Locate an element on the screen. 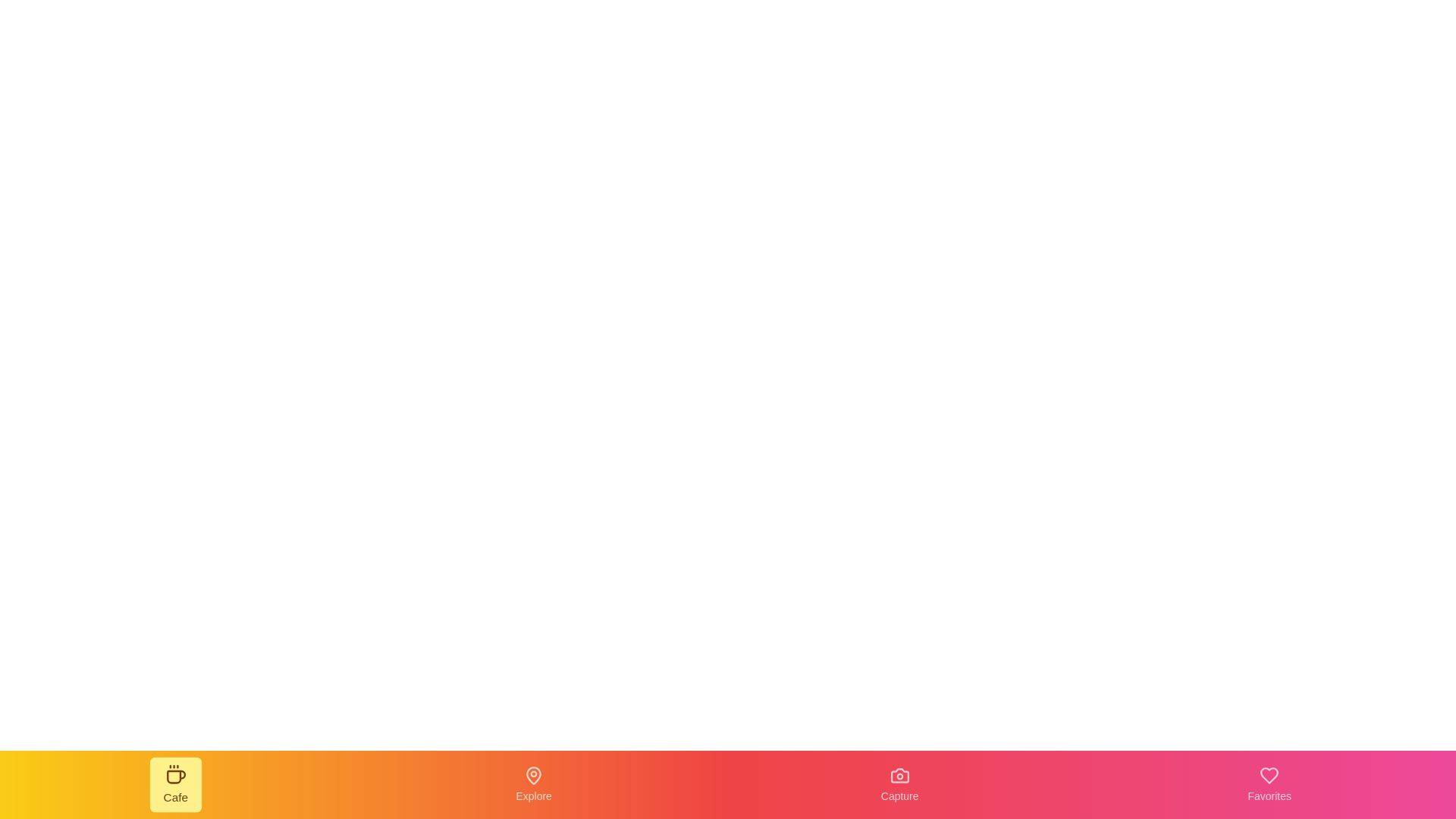 The image size is (1456, 819). the navigation item labeled Cafe is located at coordinates (175, 784).